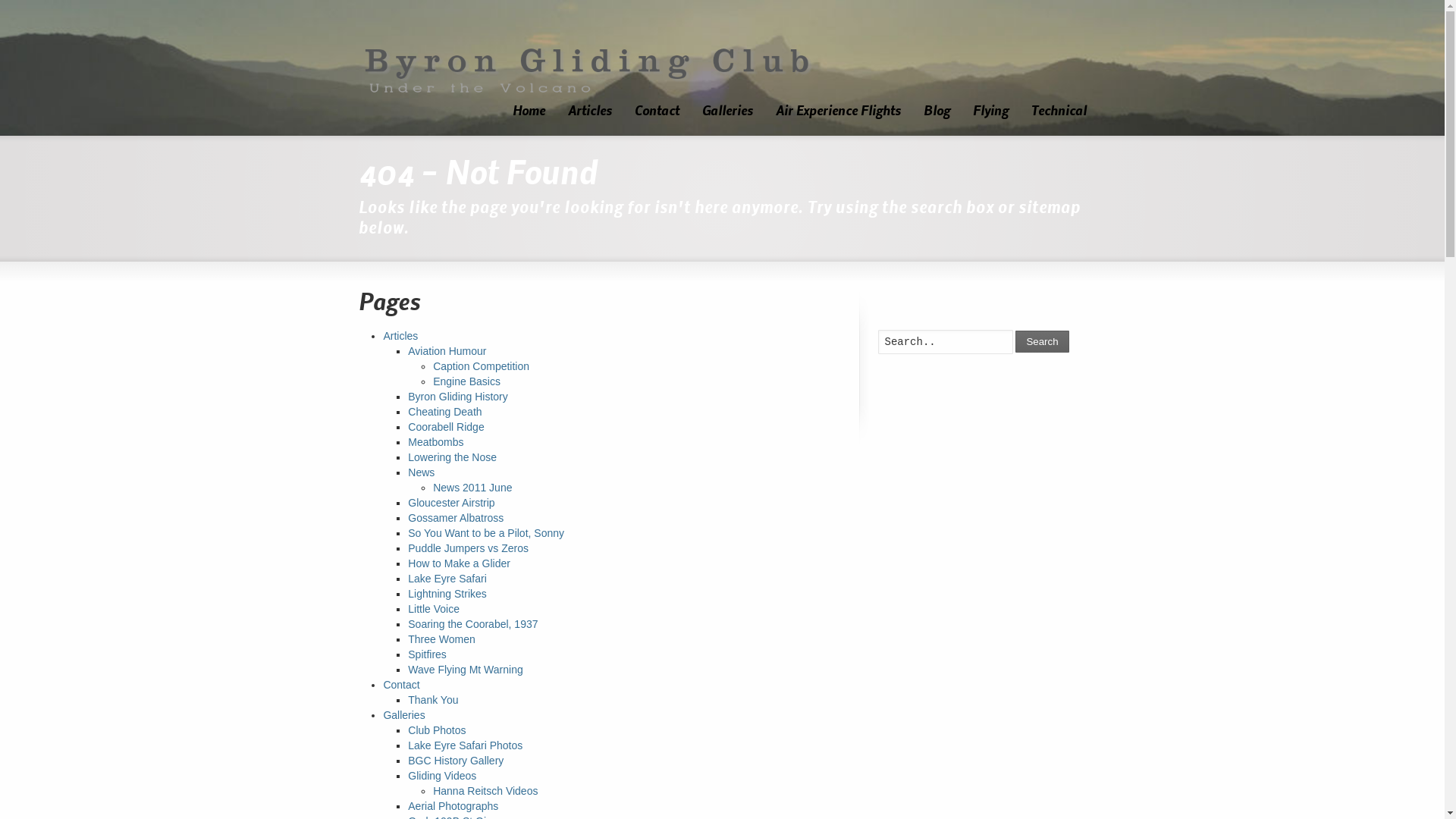 This screenshot has width=1456, height=819. What do you see at coordinates (407, 503) in the screenshot?
I see `'Gloucester Airstrip'` at bounding box center [407, 503].